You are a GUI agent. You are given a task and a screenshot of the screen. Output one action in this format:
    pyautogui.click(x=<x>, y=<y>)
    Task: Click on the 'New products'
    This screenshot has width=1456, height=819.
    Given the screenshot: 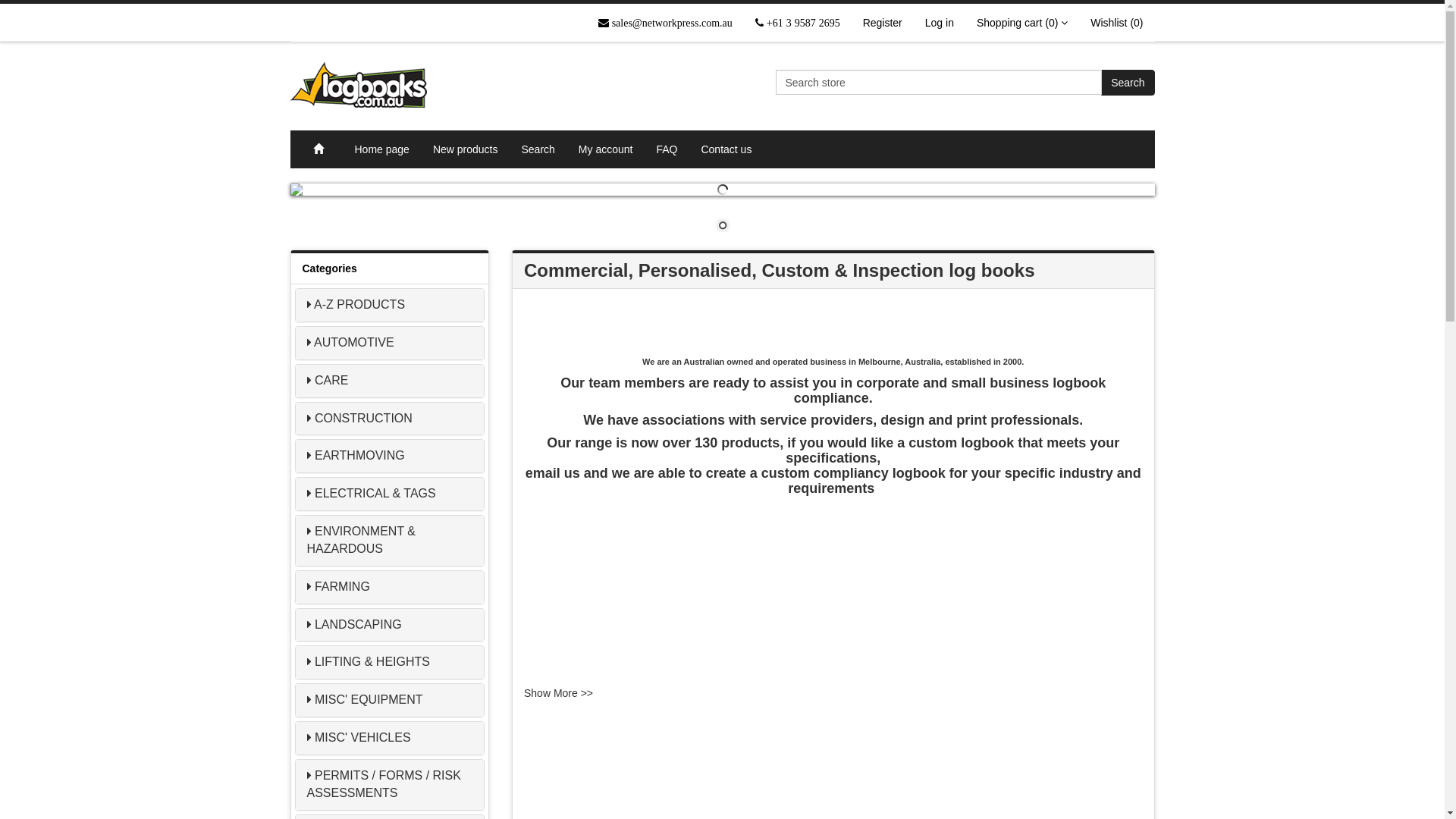 What is the action you would take?
    pyautogui.click(x=465, y=149)
    